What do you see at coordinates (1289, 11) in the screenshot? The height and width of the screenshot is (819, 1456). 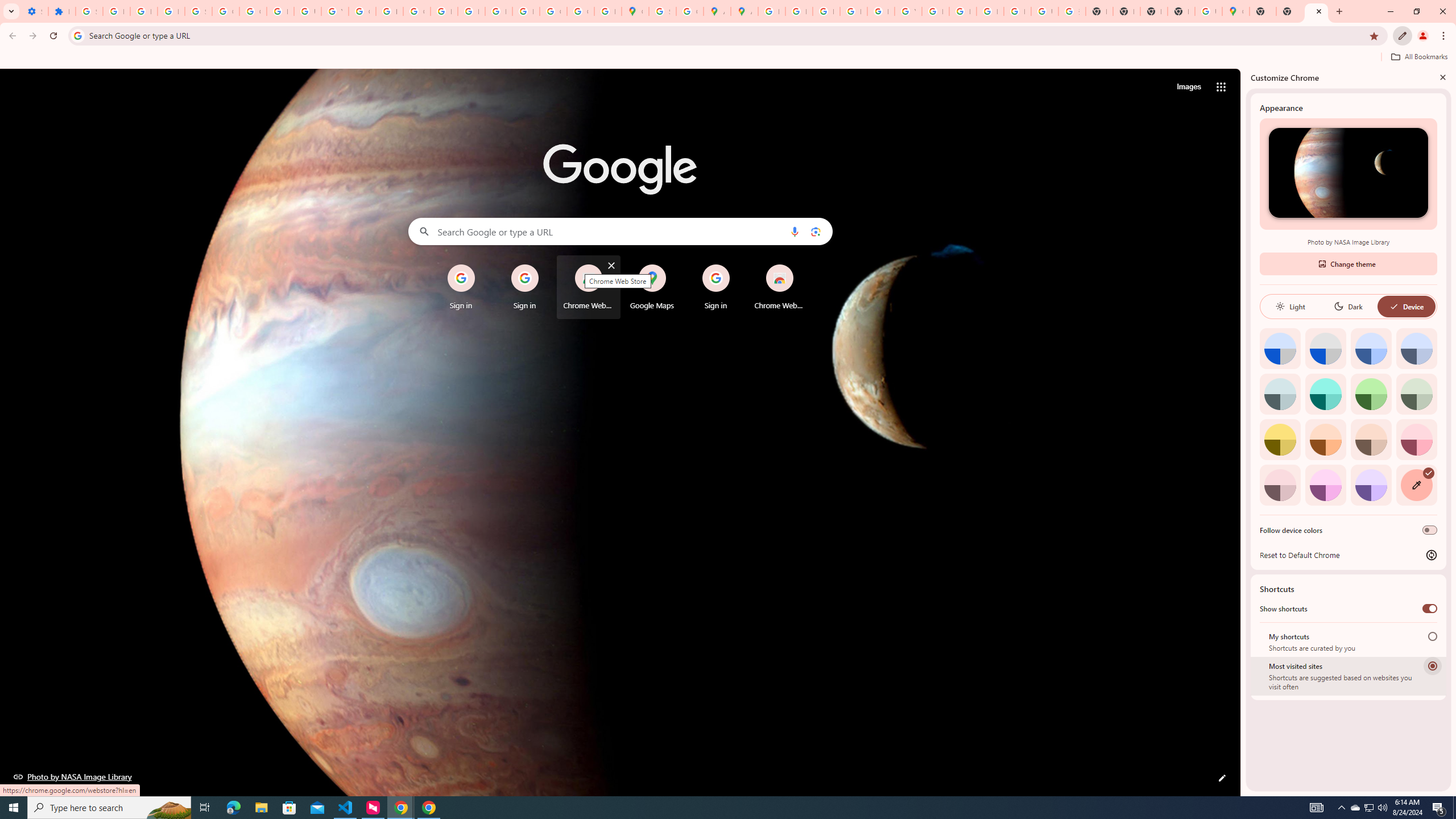 I see `'New Tab'` at bounding box center [1289, 11].